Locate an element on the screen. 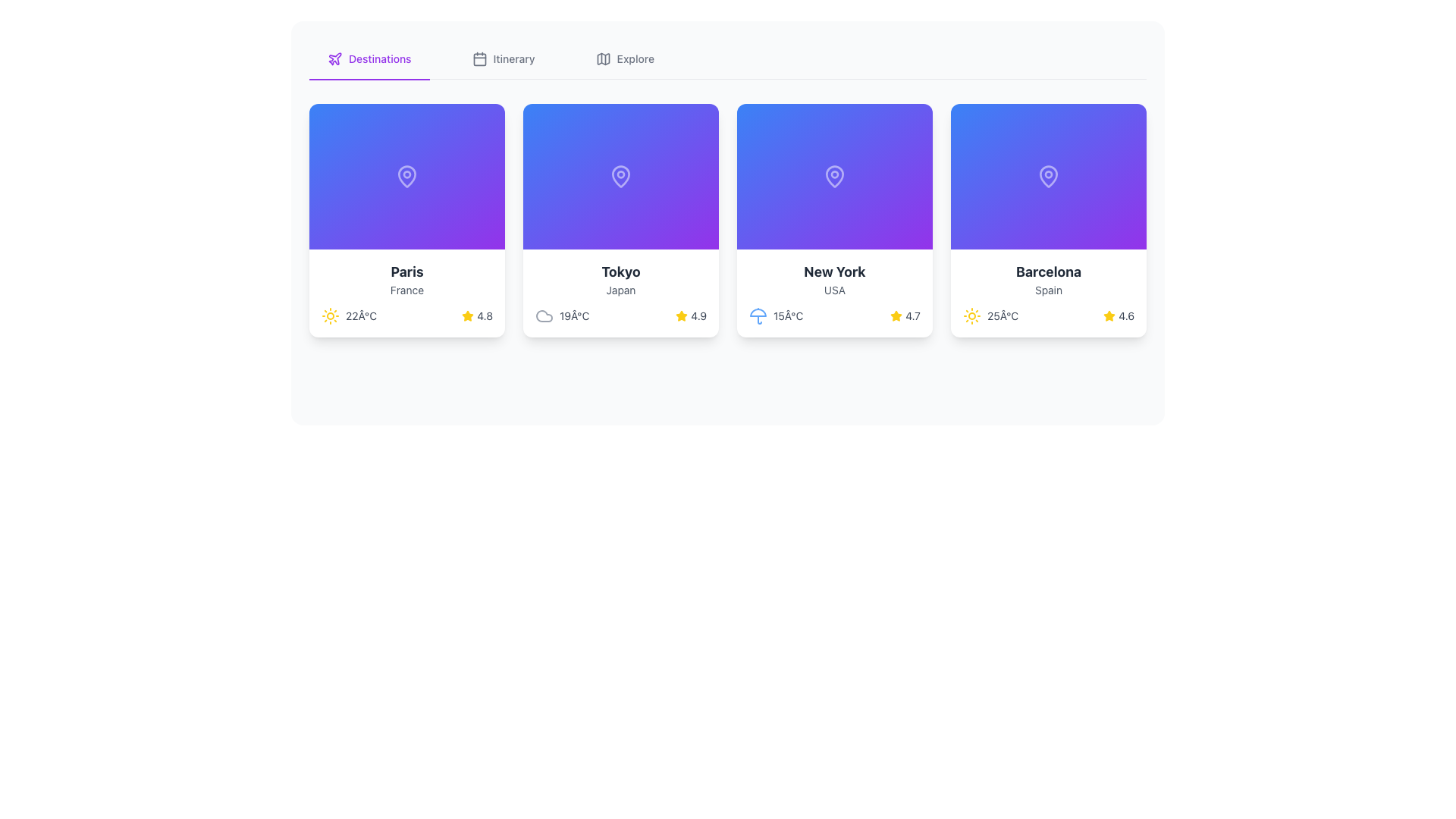 This screenshot has width=1456, height=819. temperature information displayed in the text label associated with the weather summary for Tokyo, Japan, located in the second card from the left is located at coordinates (561, 315).